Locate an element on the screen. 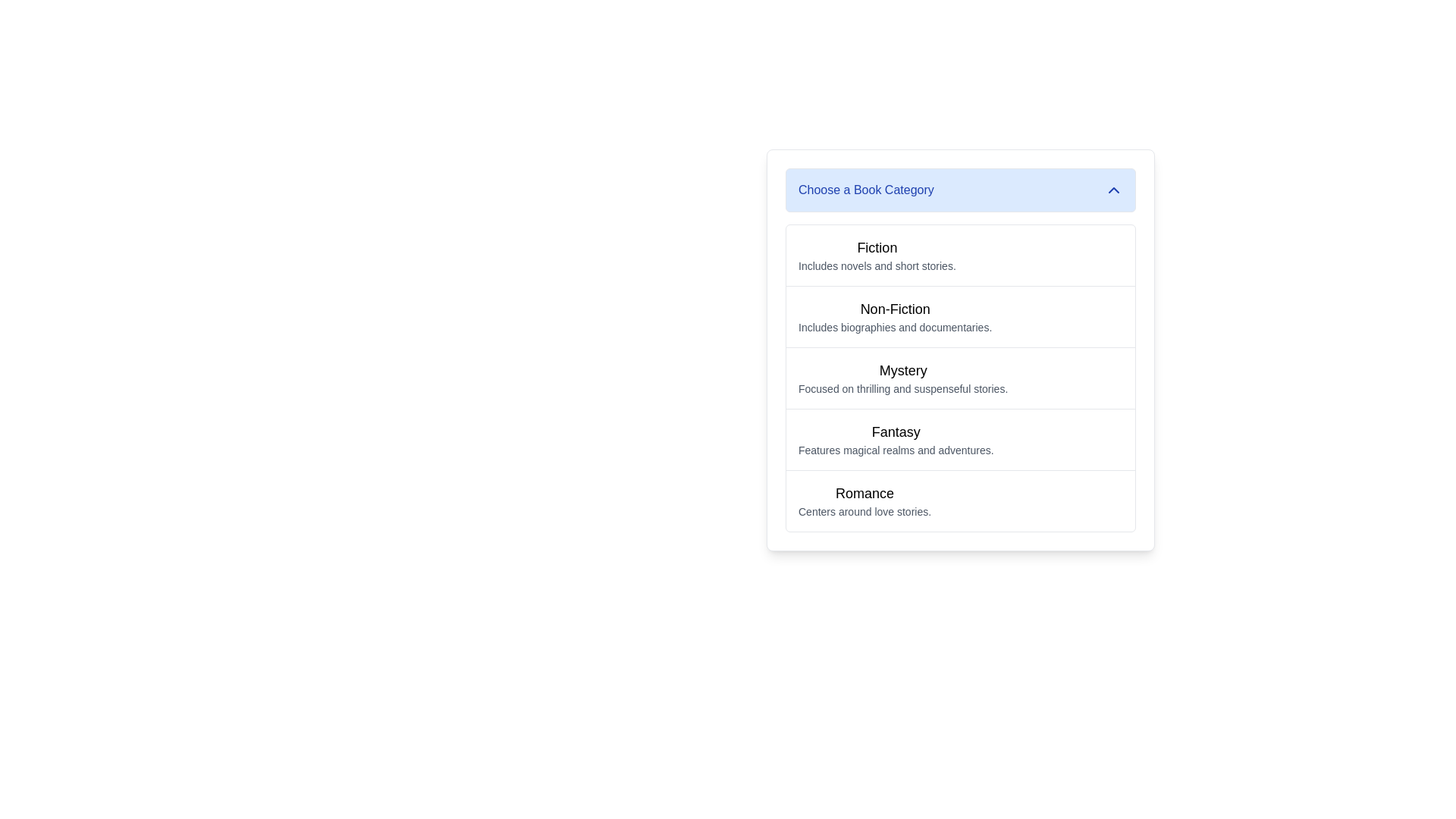 Image resolution: width=1456 pixels, height=819 pixels. assistive tools is located at coordinates (895, 327).